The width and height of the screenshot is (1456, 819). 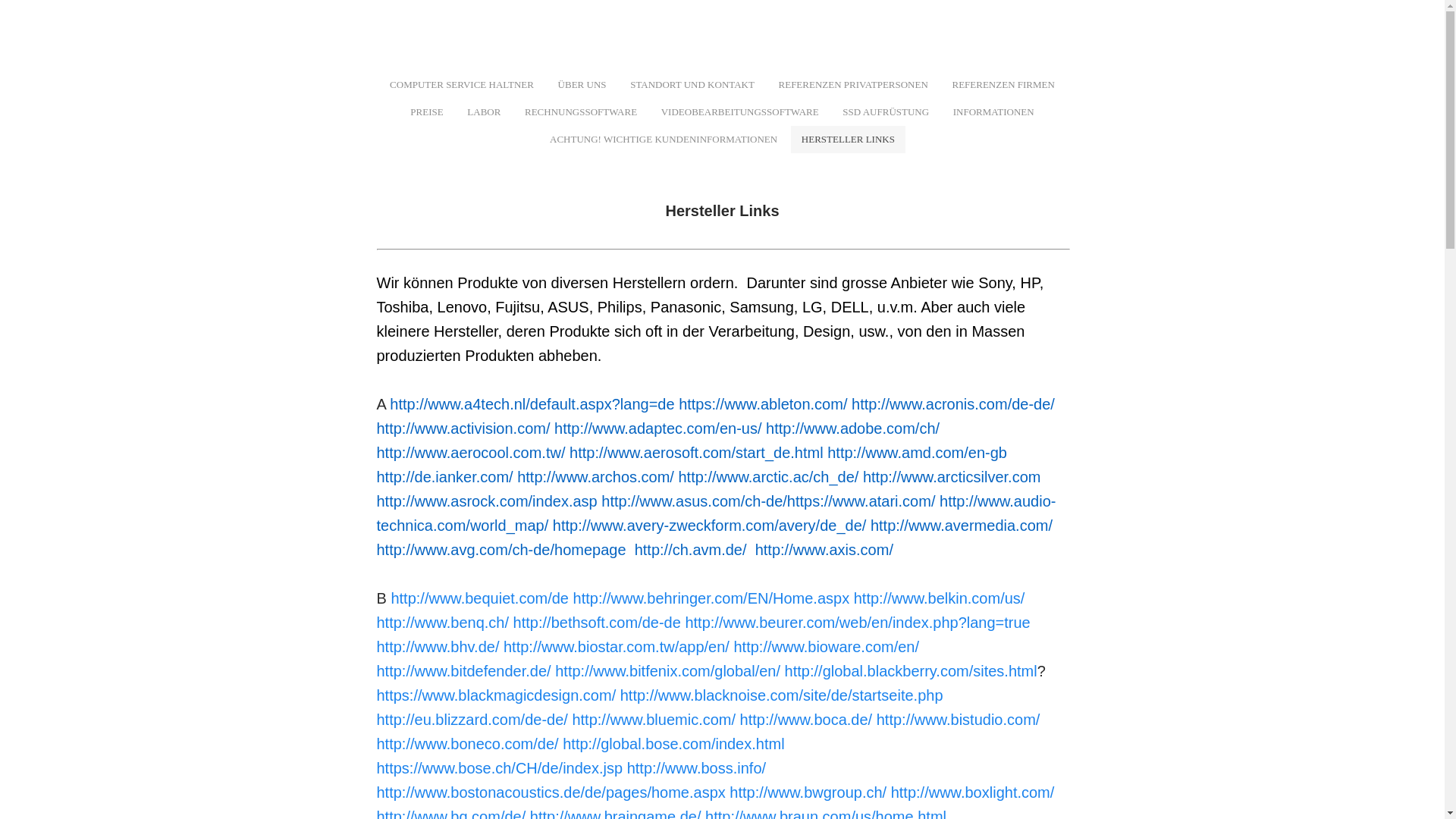 I want to click on 'http://www.amd.com/en-gb', so click(x=826, y=452).